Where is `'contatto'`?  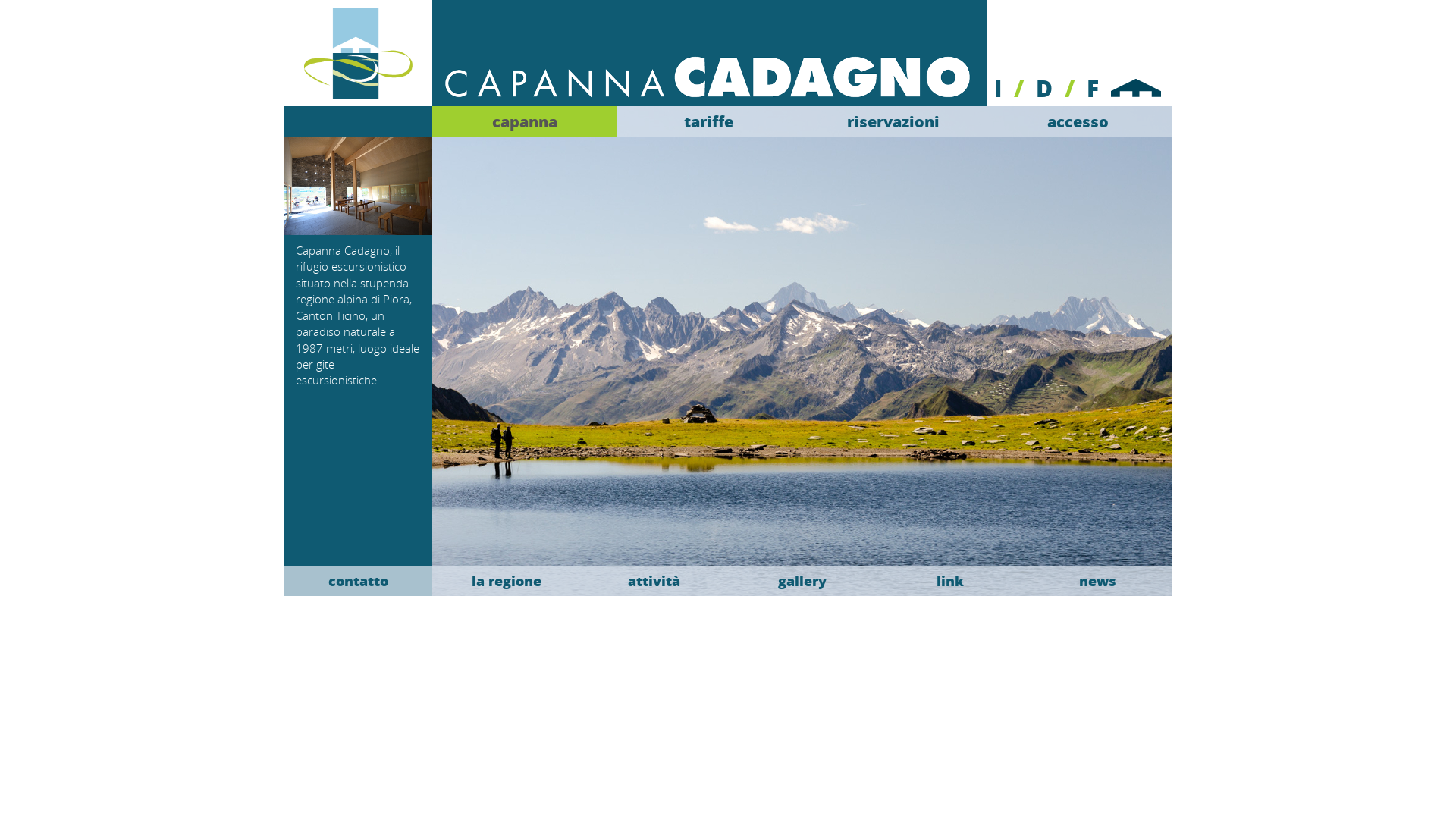
'contatto' is located at coordinates (357, 580).